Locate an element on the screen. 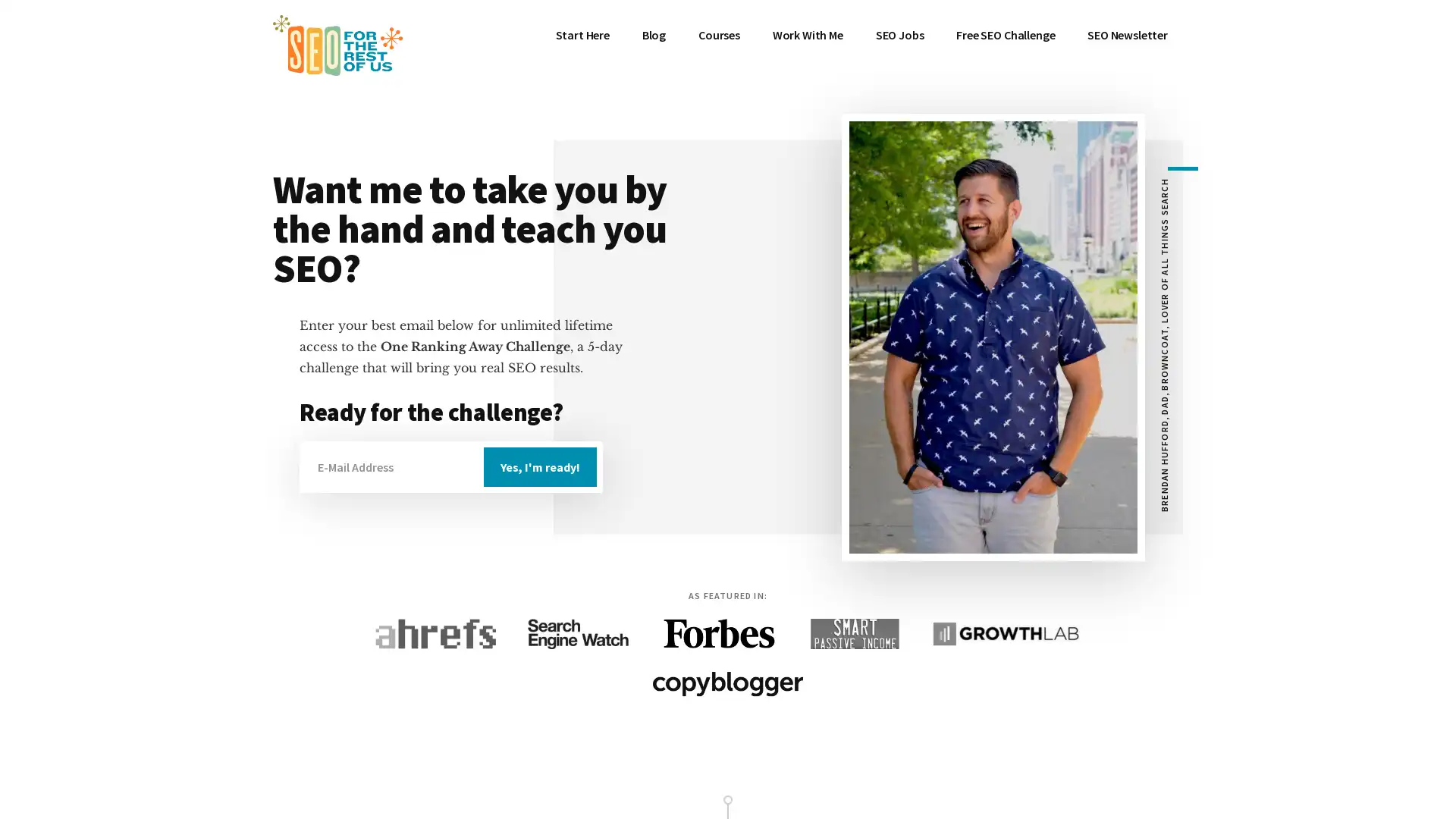  Yes, I'm ready! is located at coordinates (540, 466).